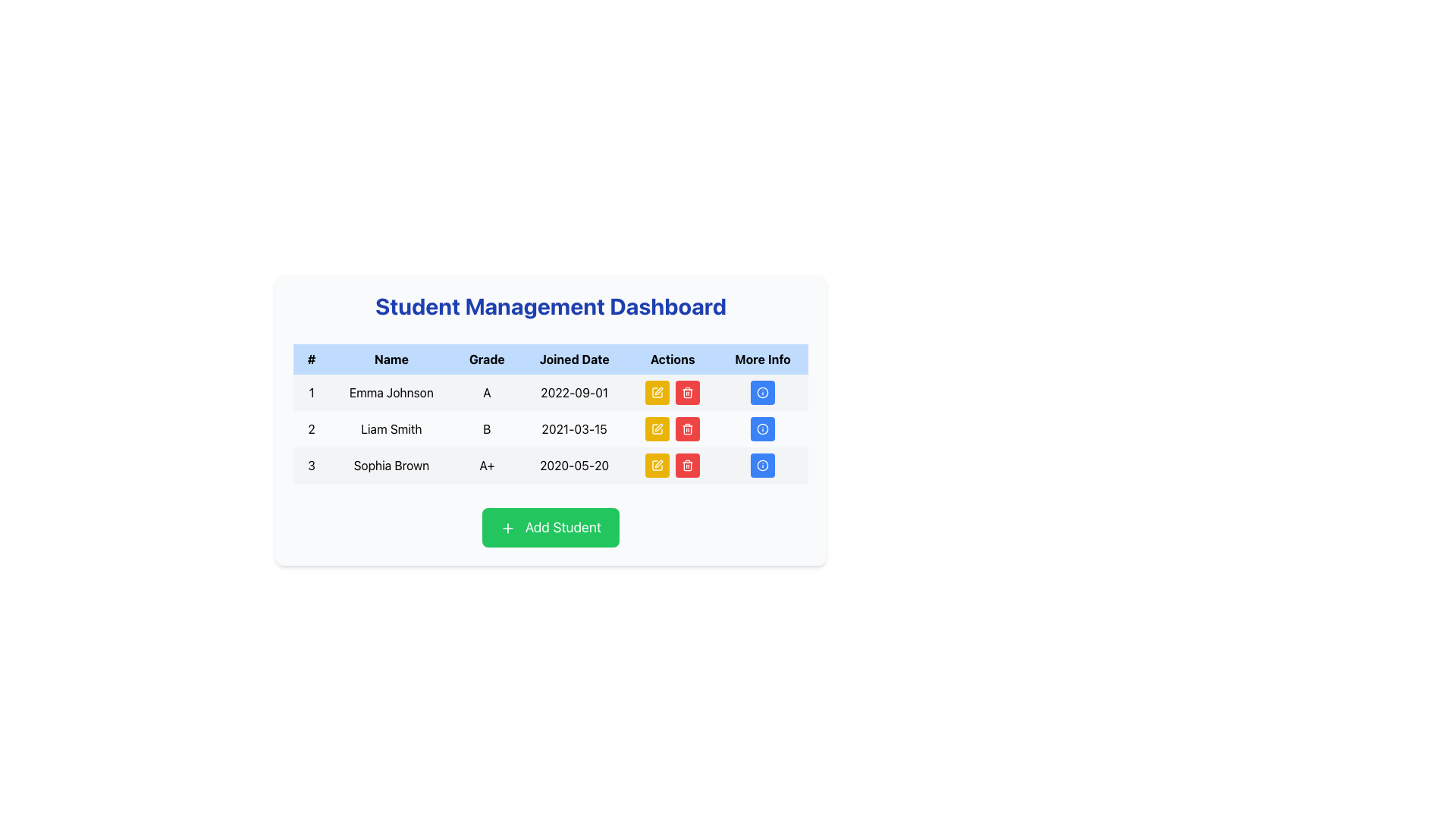  What do you see at coordinates (657, 464) in the screenshot?
I see `the yellow outlined square button in the 'Actions' column of the second row` at bounding box center [657, 464].